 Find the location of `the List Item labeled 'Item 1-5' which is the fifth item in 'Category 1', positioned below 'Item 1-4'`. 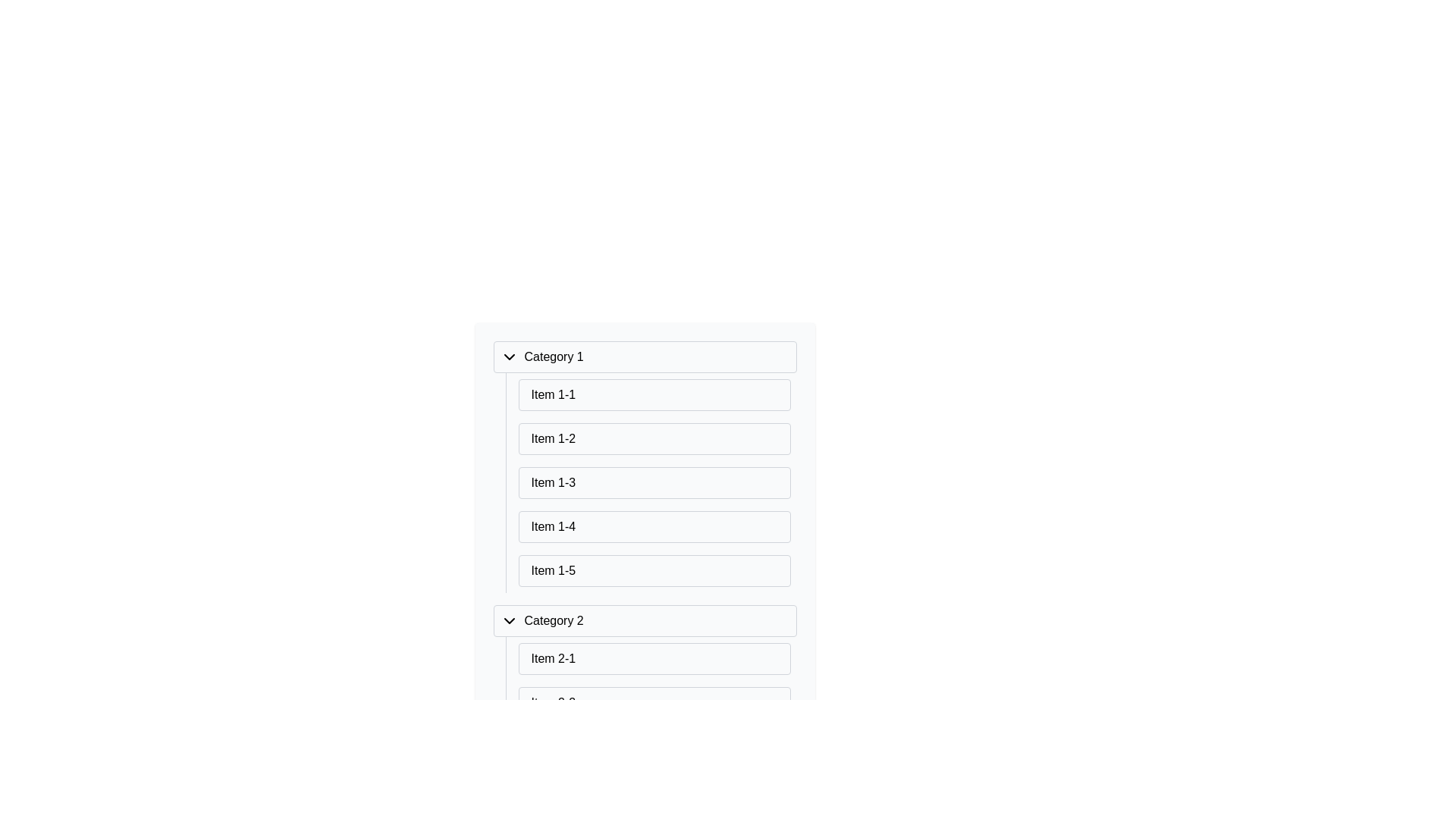

the List Item labeled 'Item 1-5' which is the fifth item in 'Category 1', positioned below 'Item 1-4' is located at coordinates (654, 570).